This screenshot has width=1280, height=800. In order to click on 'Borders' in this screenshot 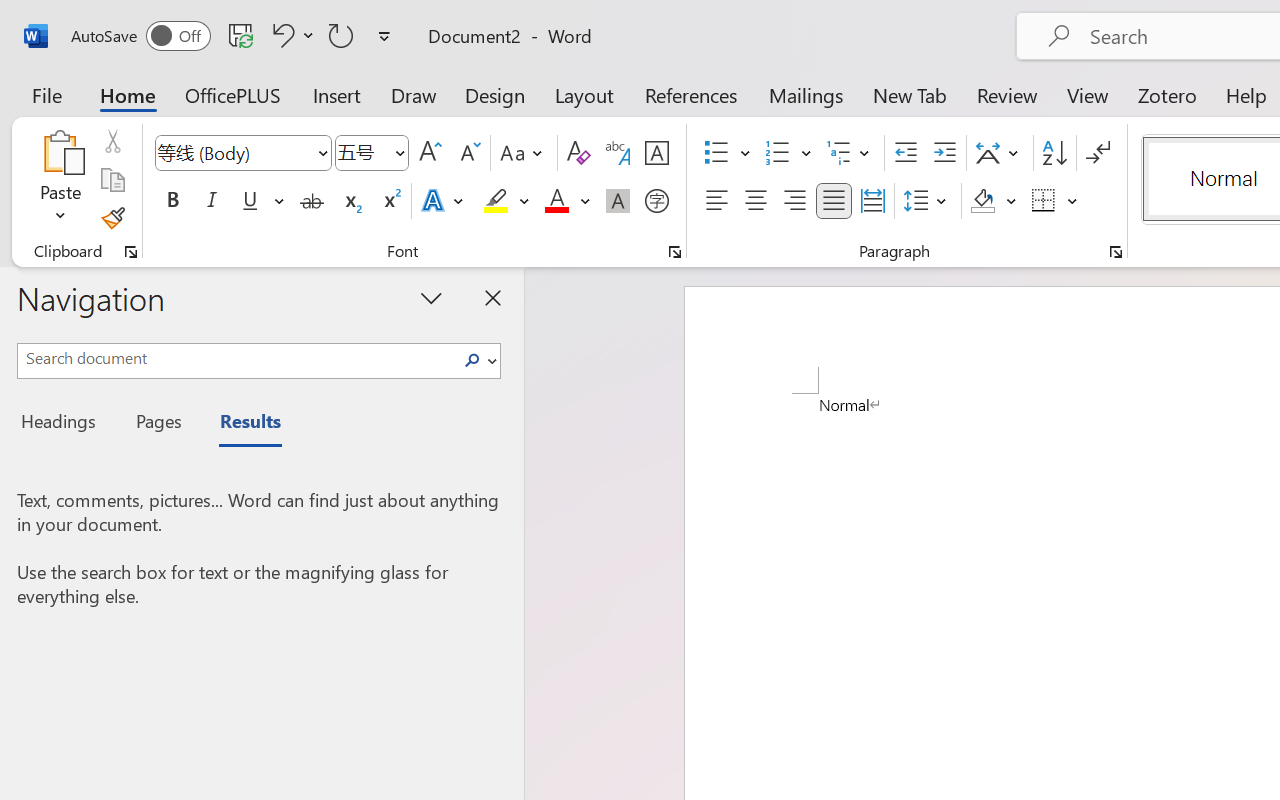, I will do `click(1043, 201)`.